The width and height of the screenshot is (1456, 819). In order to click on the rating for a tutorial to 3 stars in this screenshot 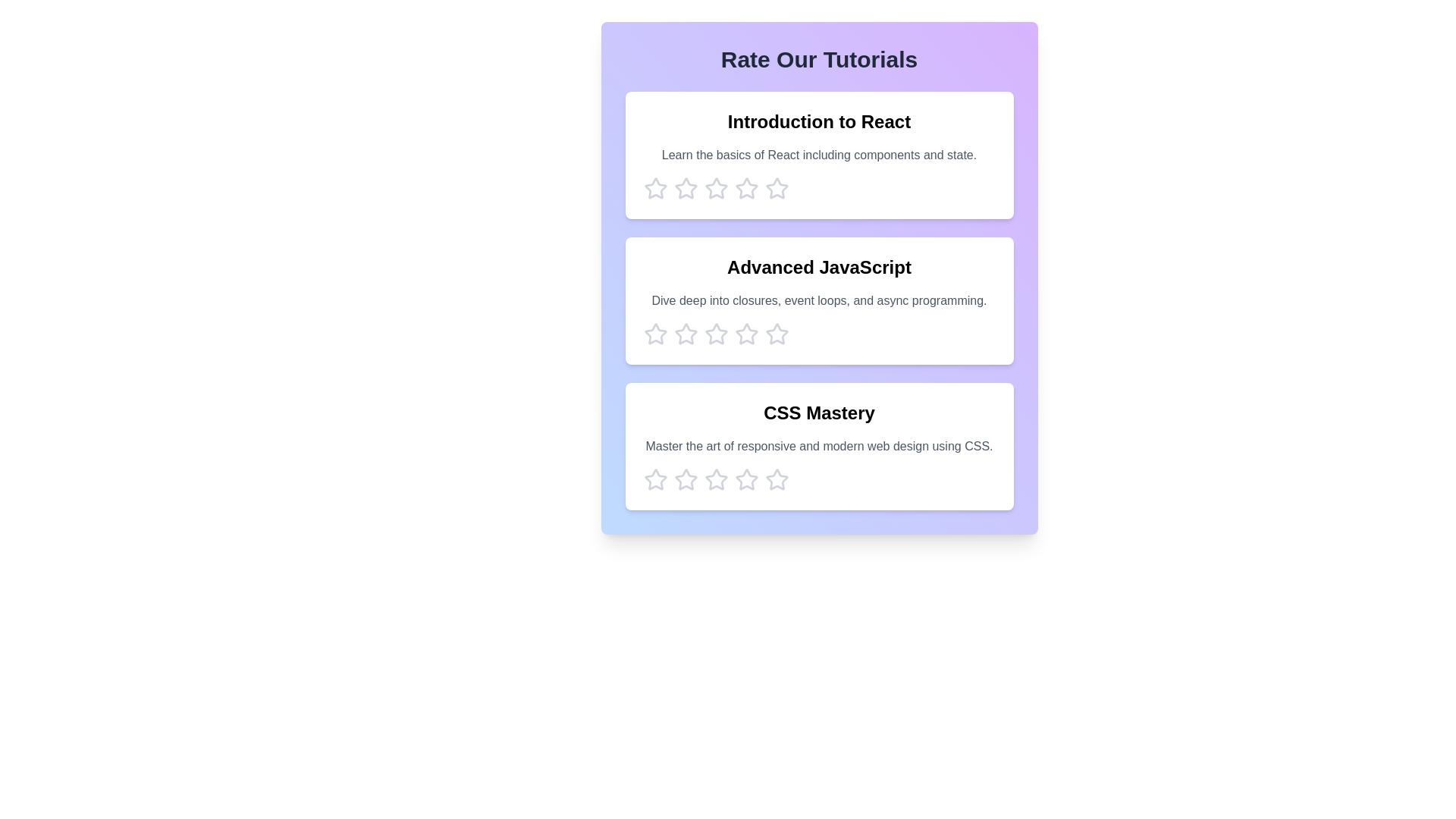, I will do `click(715, 188)`.